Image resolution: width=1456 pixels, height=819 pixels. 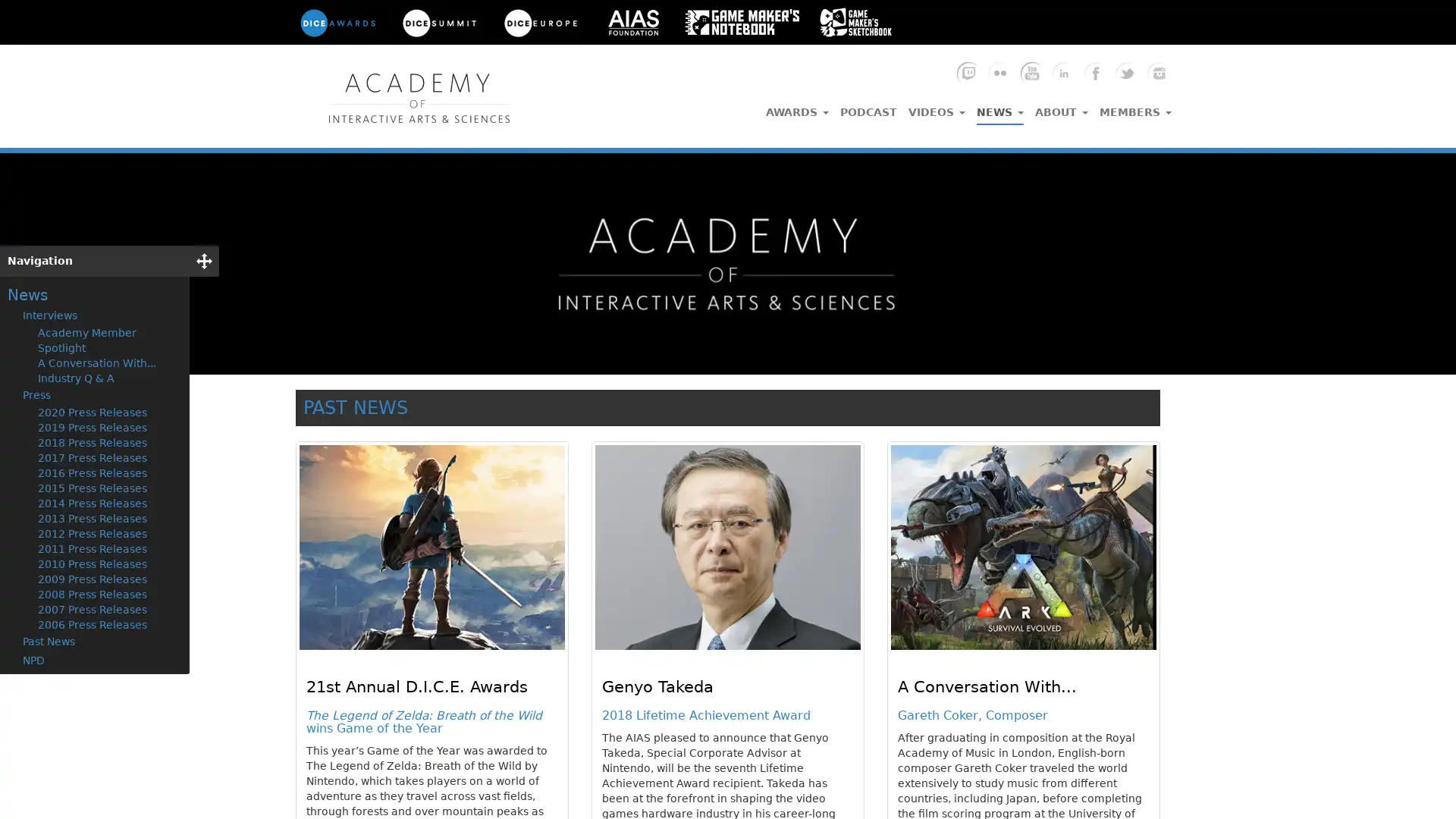 What do you see at coordinates (936, 107) in the screenshot?
I see `VIDEOS` at bounding box center [936, 107].